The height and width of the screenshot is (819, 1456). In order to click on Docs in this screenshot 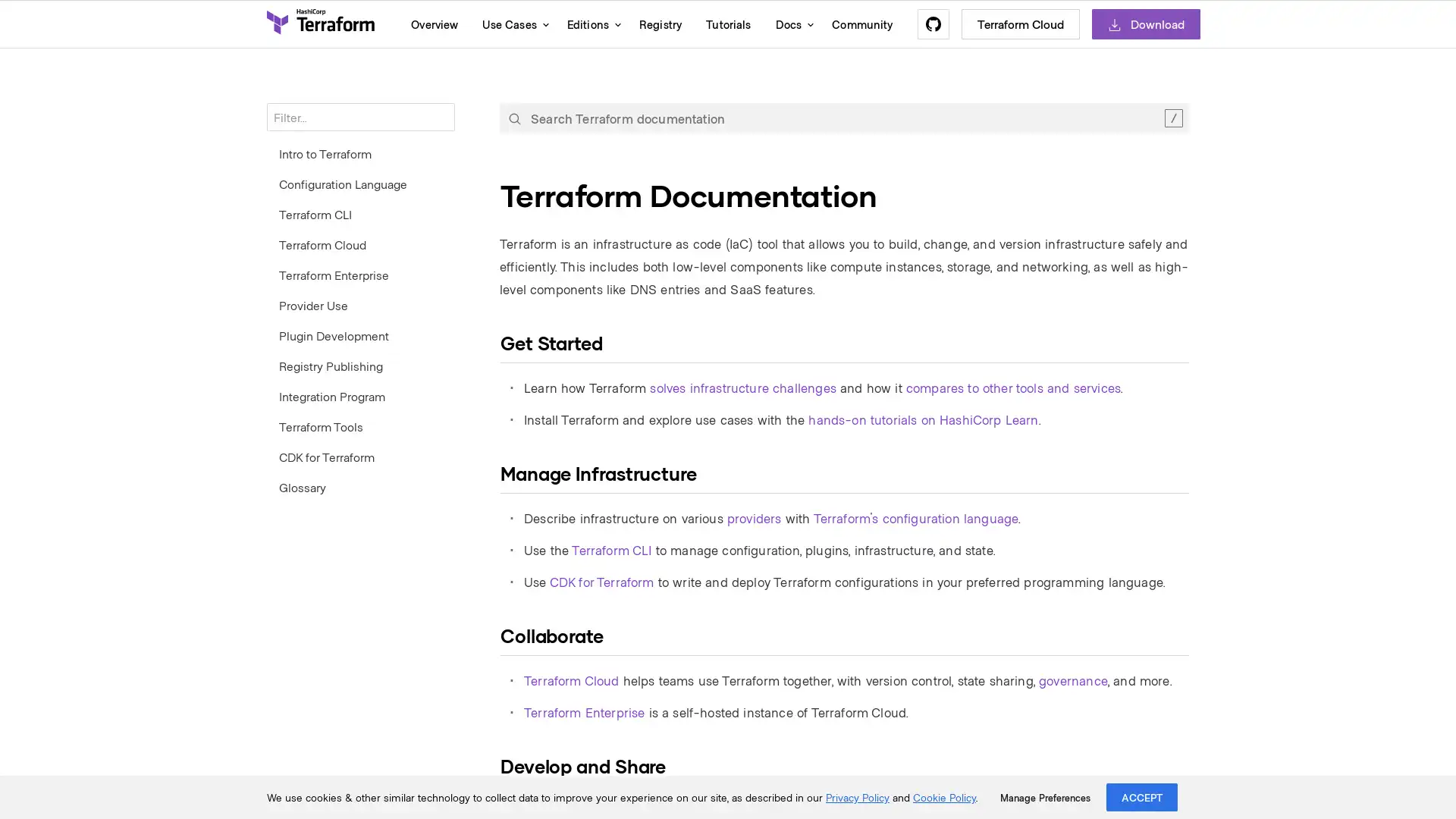, I will do `click(790, 24)`.